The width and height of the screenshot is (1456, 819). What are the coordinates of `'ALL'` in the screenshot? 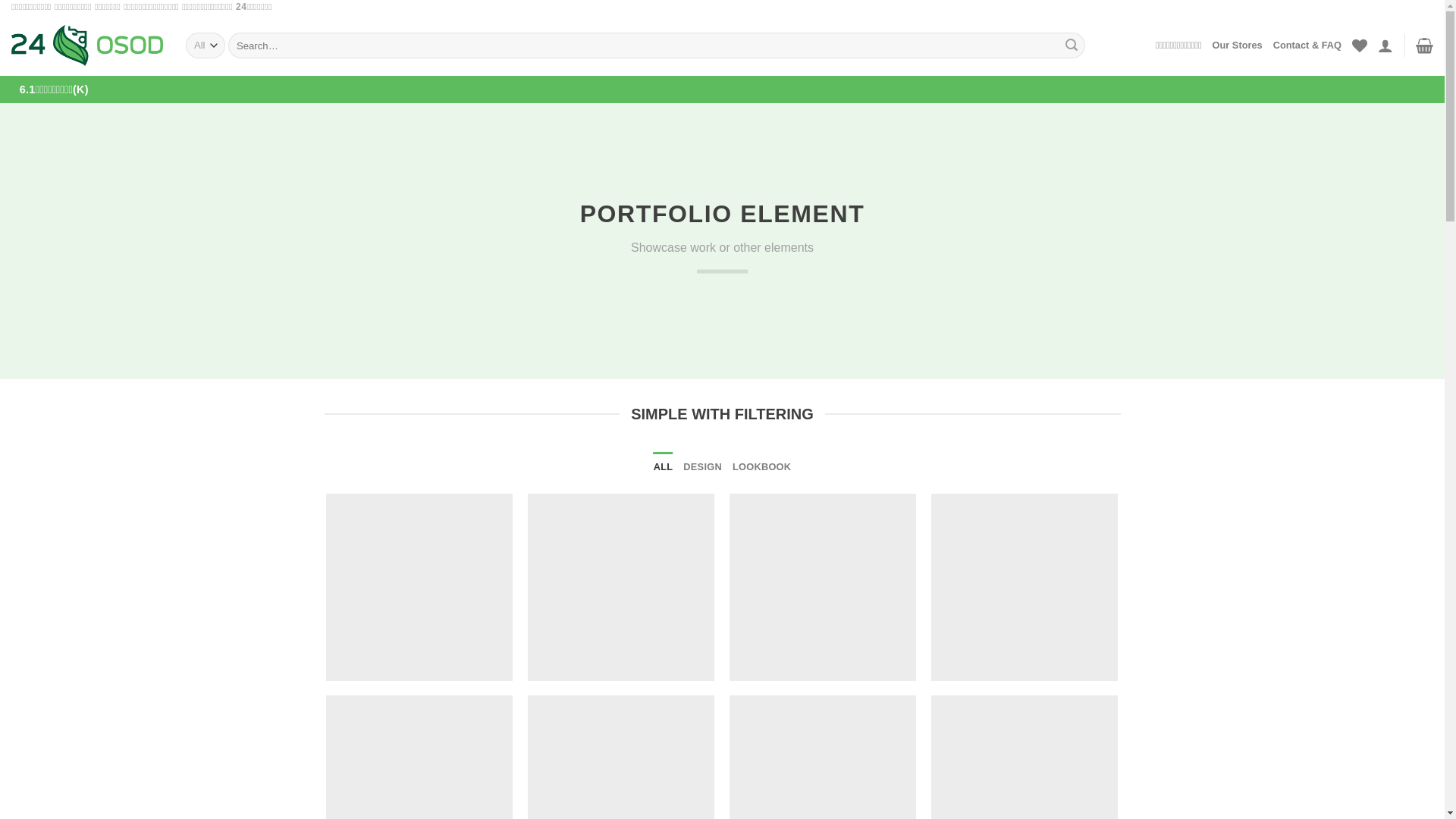 It's located at (663, 466).